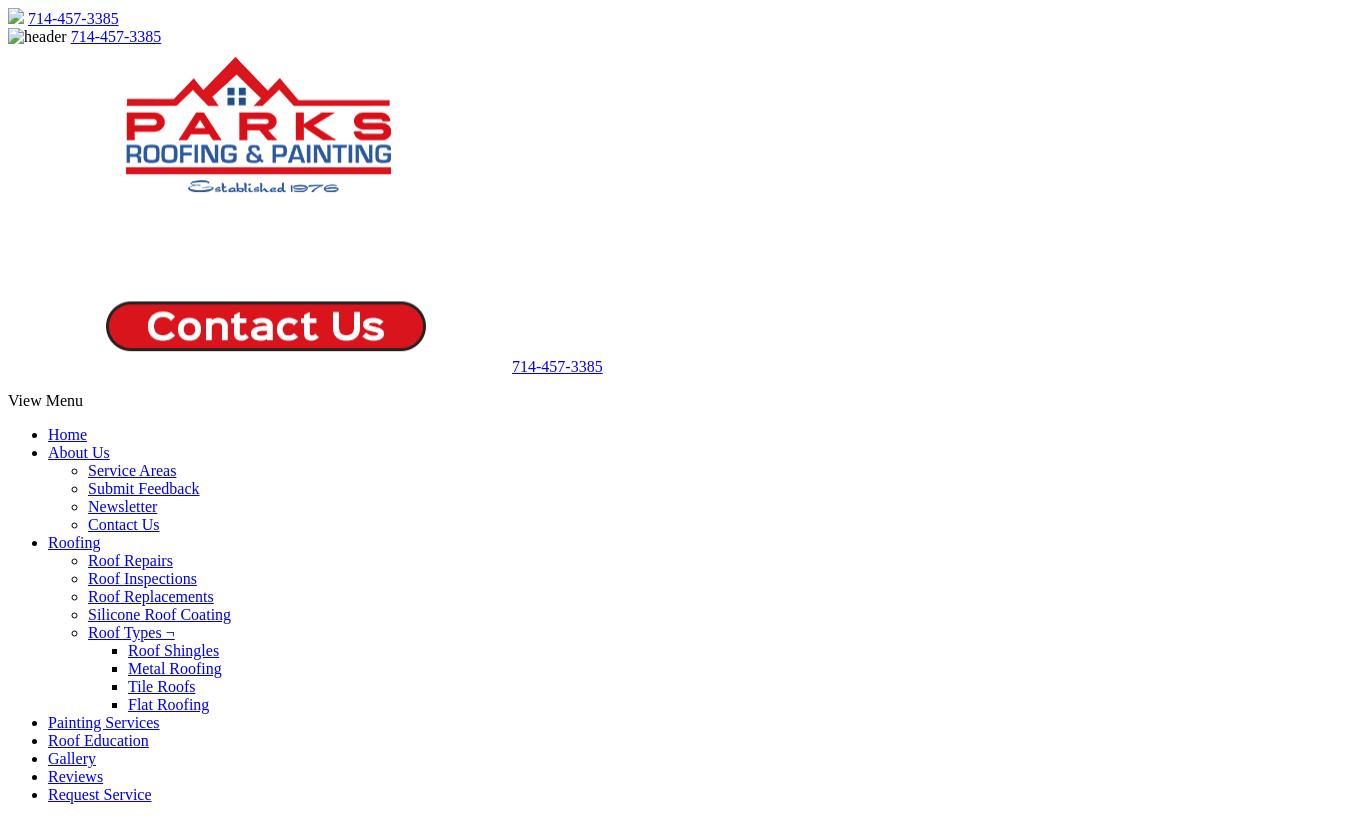 The width and height of the screenshot is (1350, 820). I want to click on 'View Menu', so click(44, 400).